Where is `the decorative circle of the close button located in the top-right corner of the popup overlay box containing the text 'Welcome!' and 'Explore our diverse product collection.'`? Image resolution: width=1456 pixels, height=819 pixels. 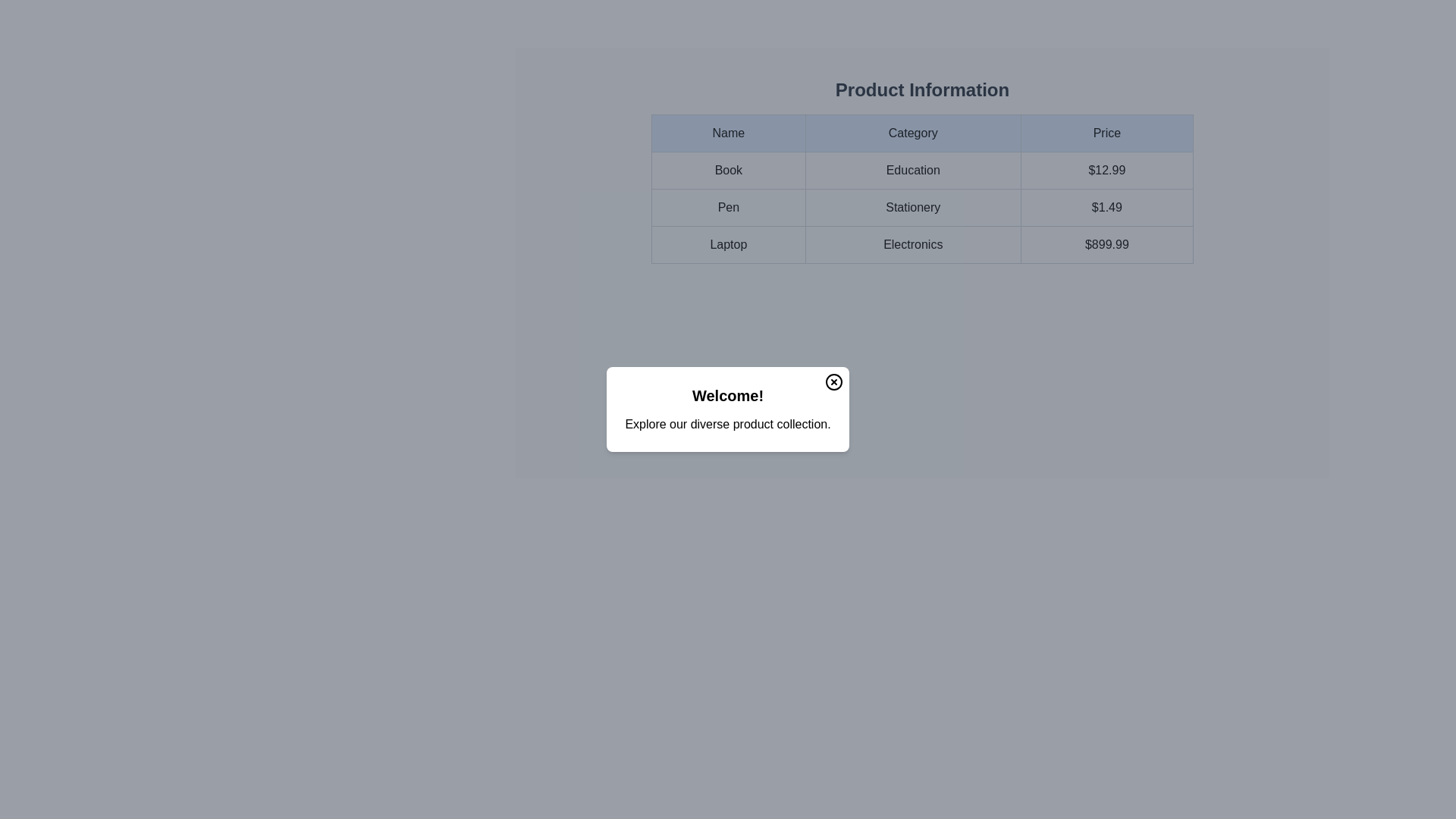
the decorative circle of the close button located in the top-right corner of the popup overlay box containing the text 'Welcome!' and 'Explore our diverse product collection.' is located at coordinates (833, 381).